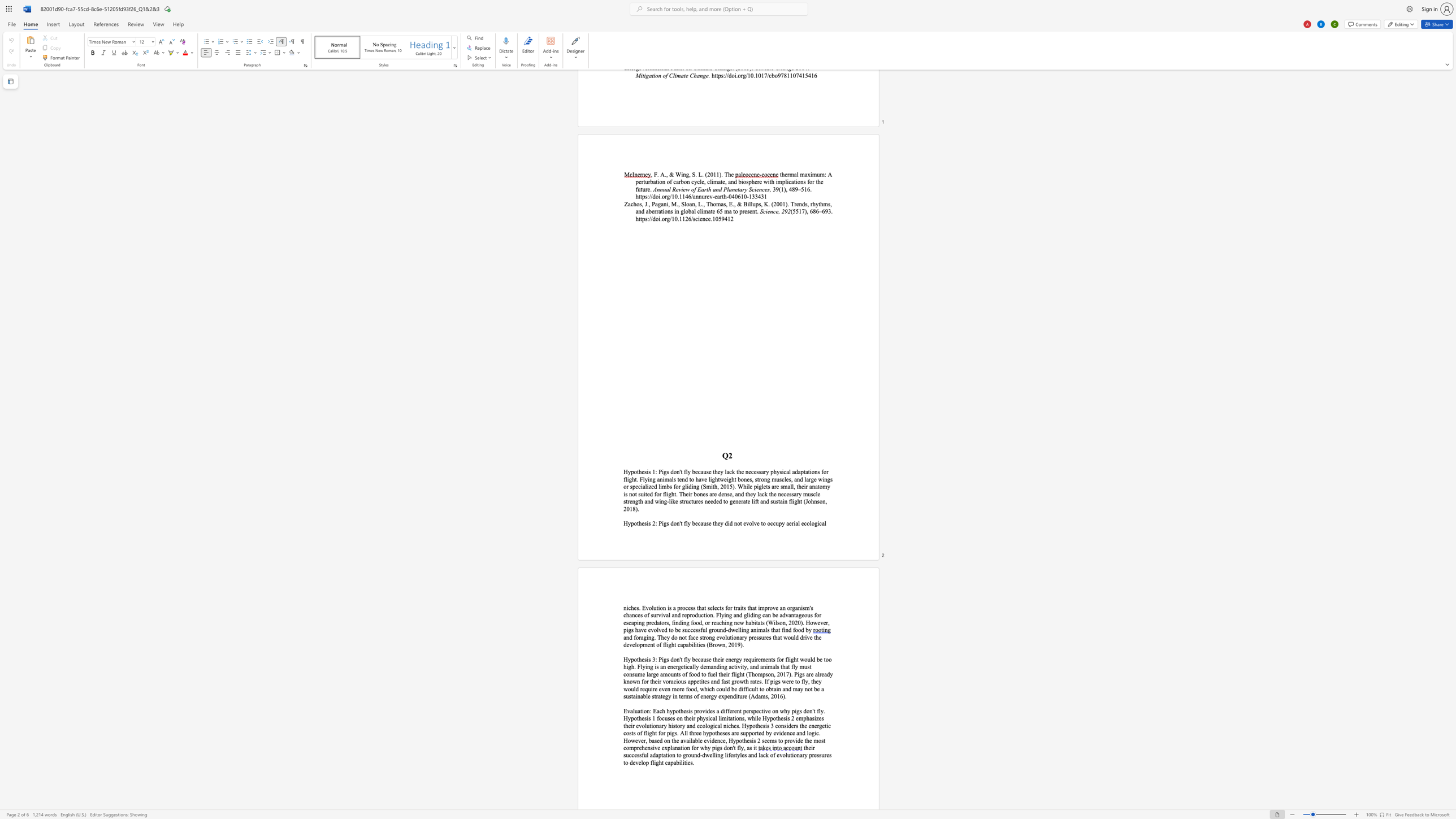 The width and height of the screenshot is (1456, 819). What do you see at coordinates (762, 522) in the screenshot?
I see `the space between the continuous character "t" and "o" in the text` at bounding box center [762, 522].